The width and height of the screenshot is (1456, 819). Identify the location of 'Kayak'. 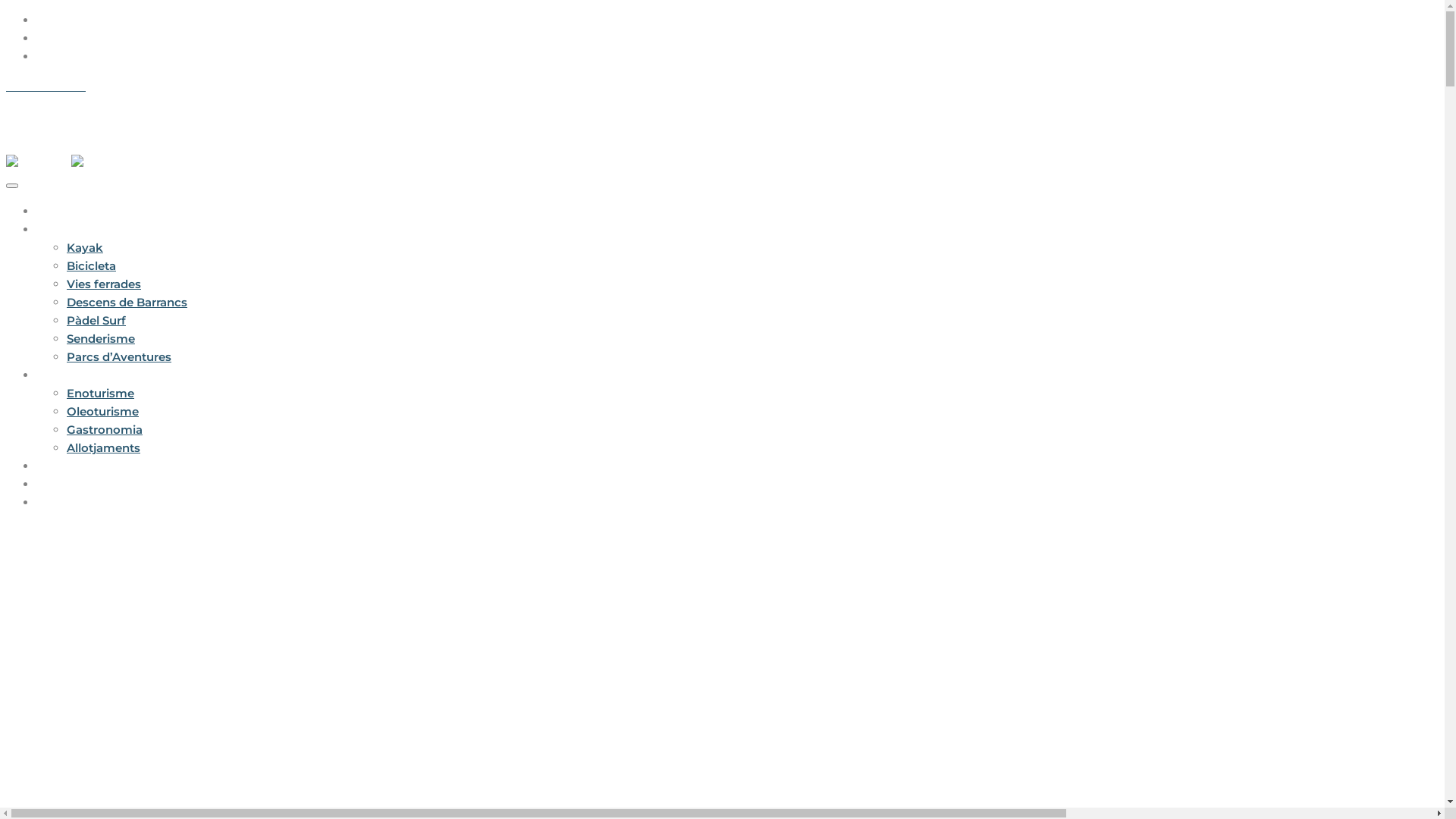
(83, 246).